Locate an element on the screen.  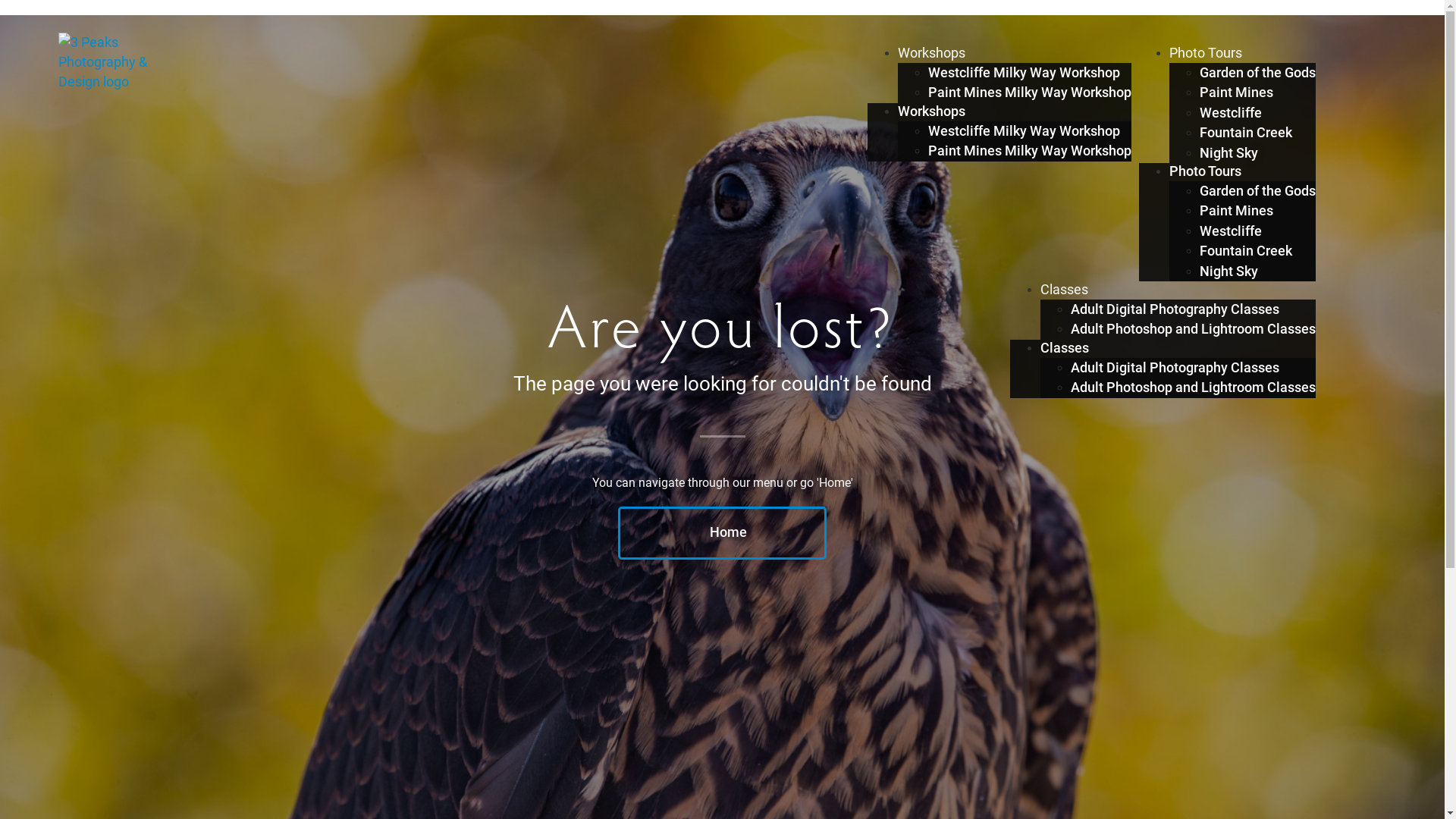
'Classes' is located at coordinates (1063, 289).